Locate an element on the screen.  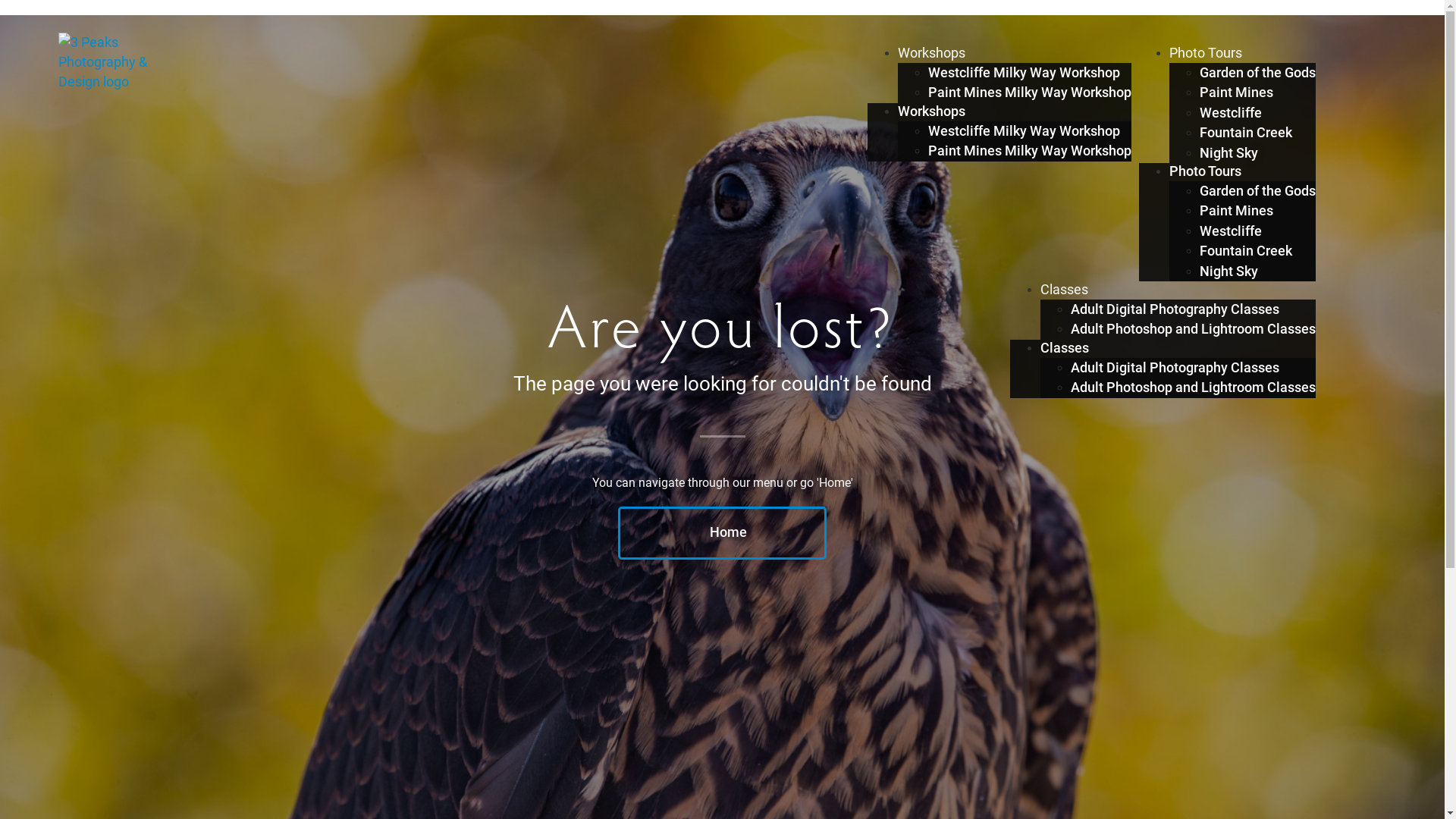
'Classes' is located at coordinates (1063, 289).